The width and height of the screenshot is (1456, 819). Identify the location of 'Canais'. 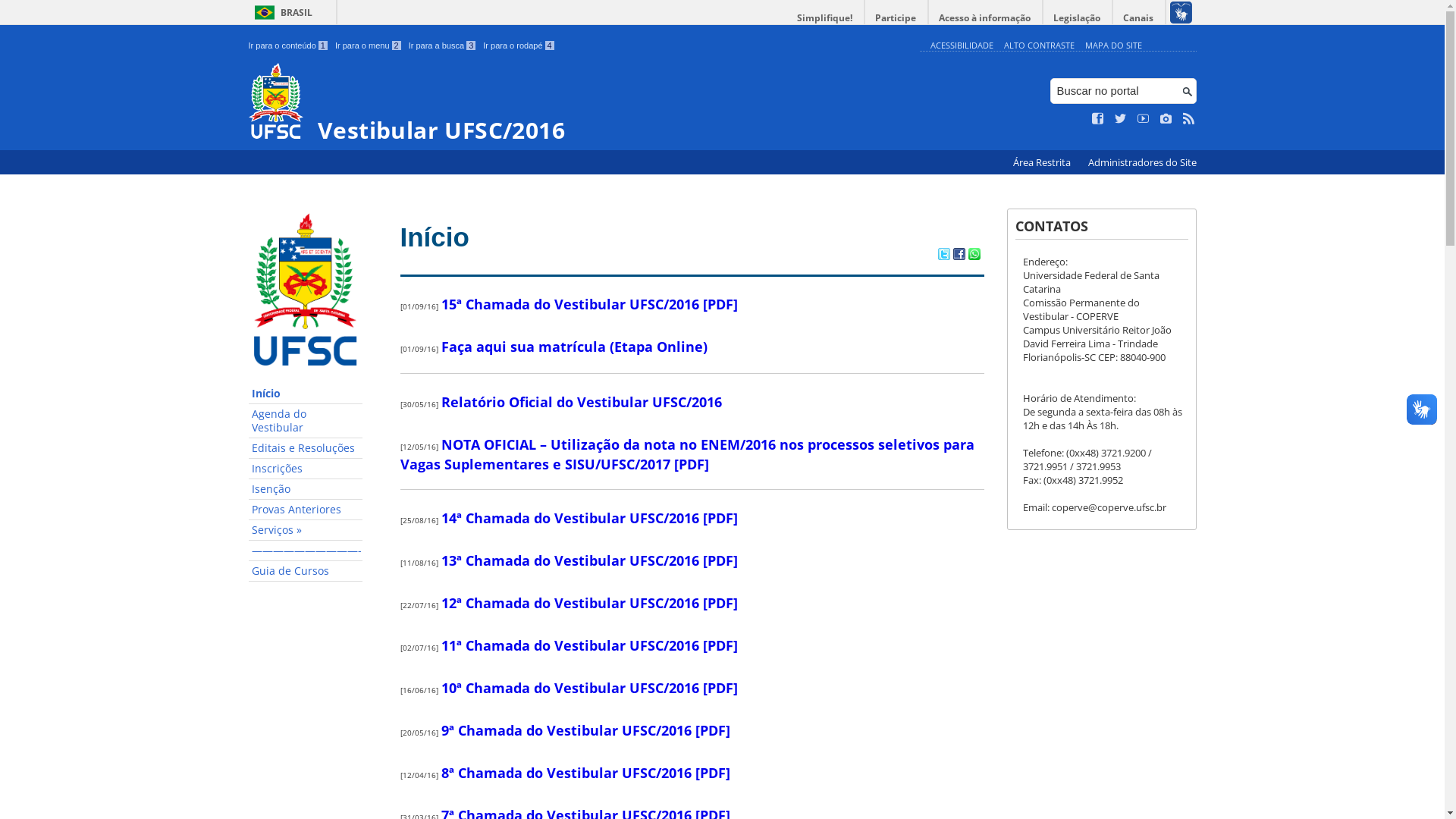
(1139, 17).